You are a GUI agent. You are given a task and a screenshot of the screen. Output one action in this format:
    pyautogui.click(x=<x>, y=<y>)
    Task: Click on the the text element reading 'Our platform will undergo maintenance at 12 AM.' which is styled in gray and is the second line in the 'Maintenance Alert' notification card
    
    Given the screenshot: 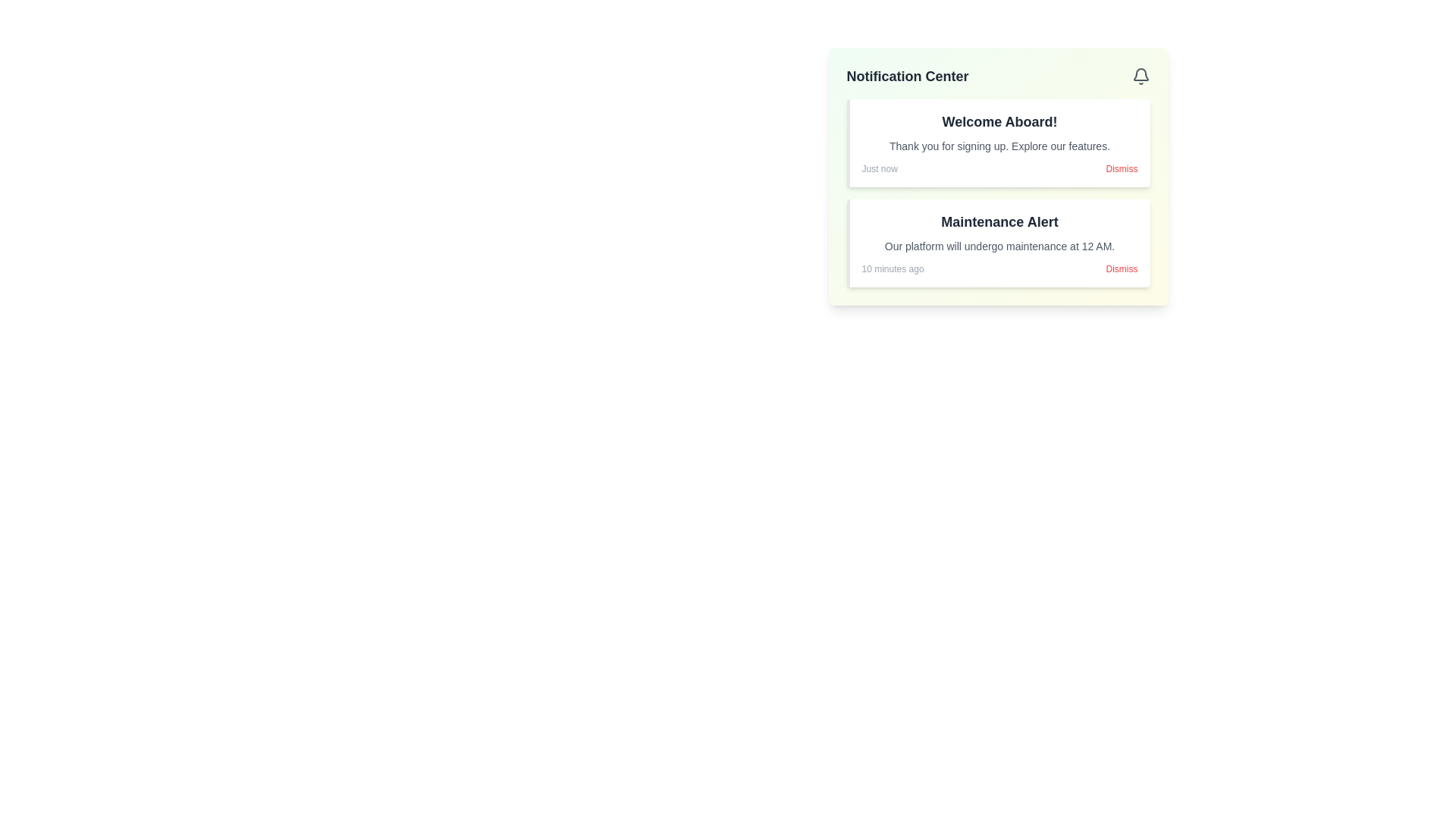 What is the action you would take?
    pyautogui.click(x=999, y=245)
    